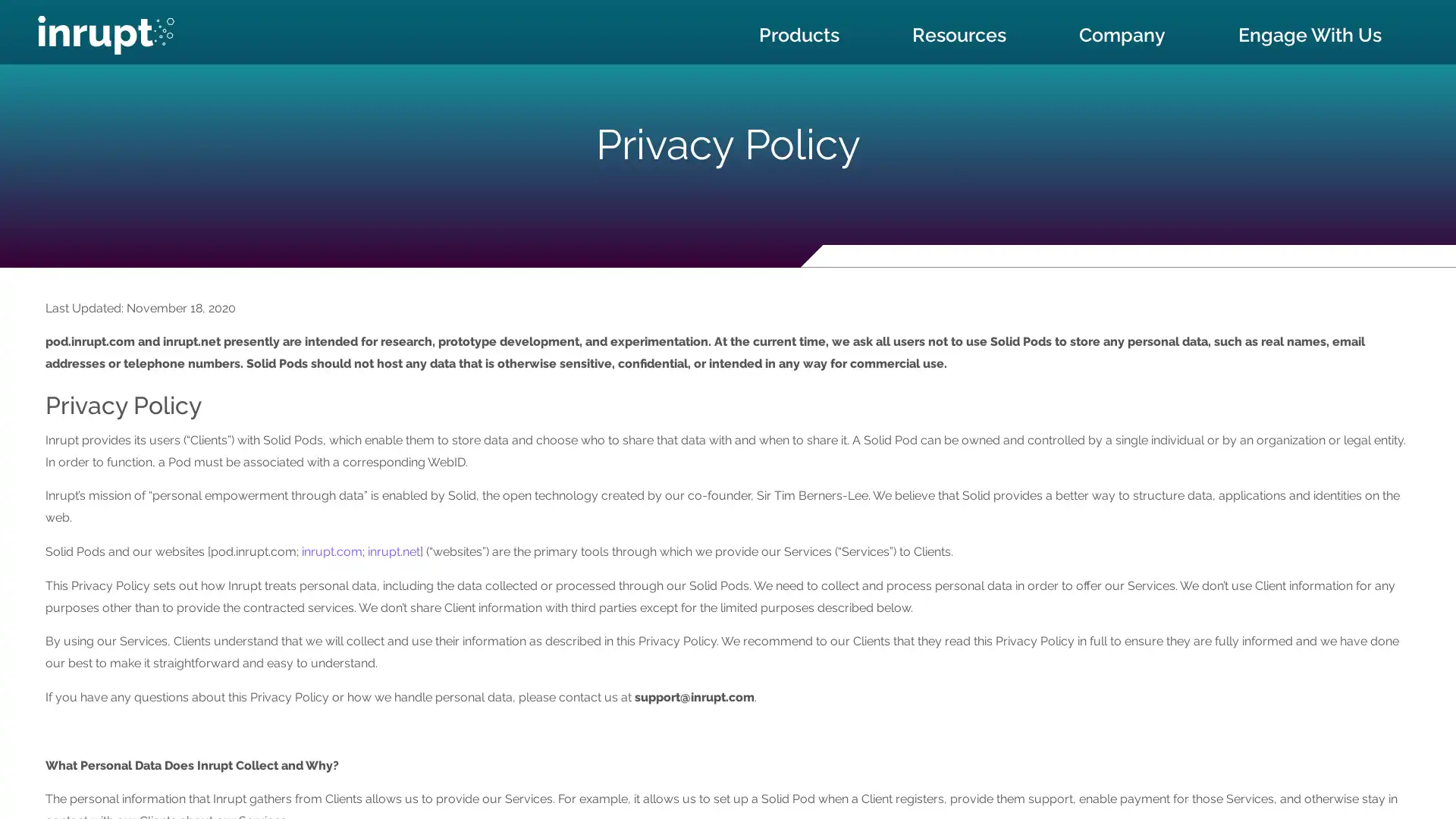 The image size is (1456, 819). Describe the element at coordinates (959, 34) in the screenshot. I see `Resources` at that location.